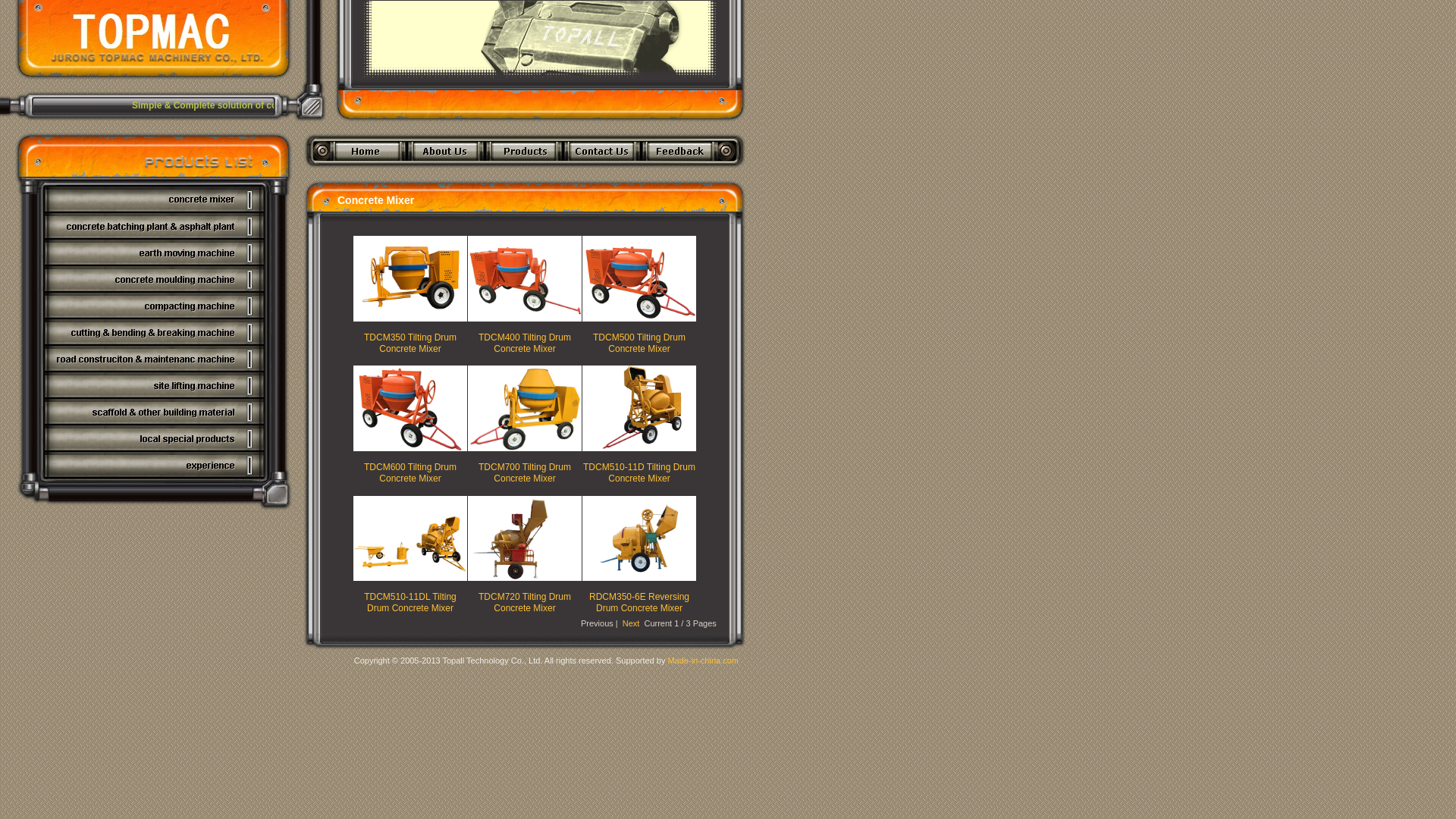 Image resolution: width=1456 pixels, height=819 pixels. Describe the element at coordinates (639, 472) in the screenshot. I see `'TDCM510-11D Tilting Drum Concrete Mixer'` at that location.